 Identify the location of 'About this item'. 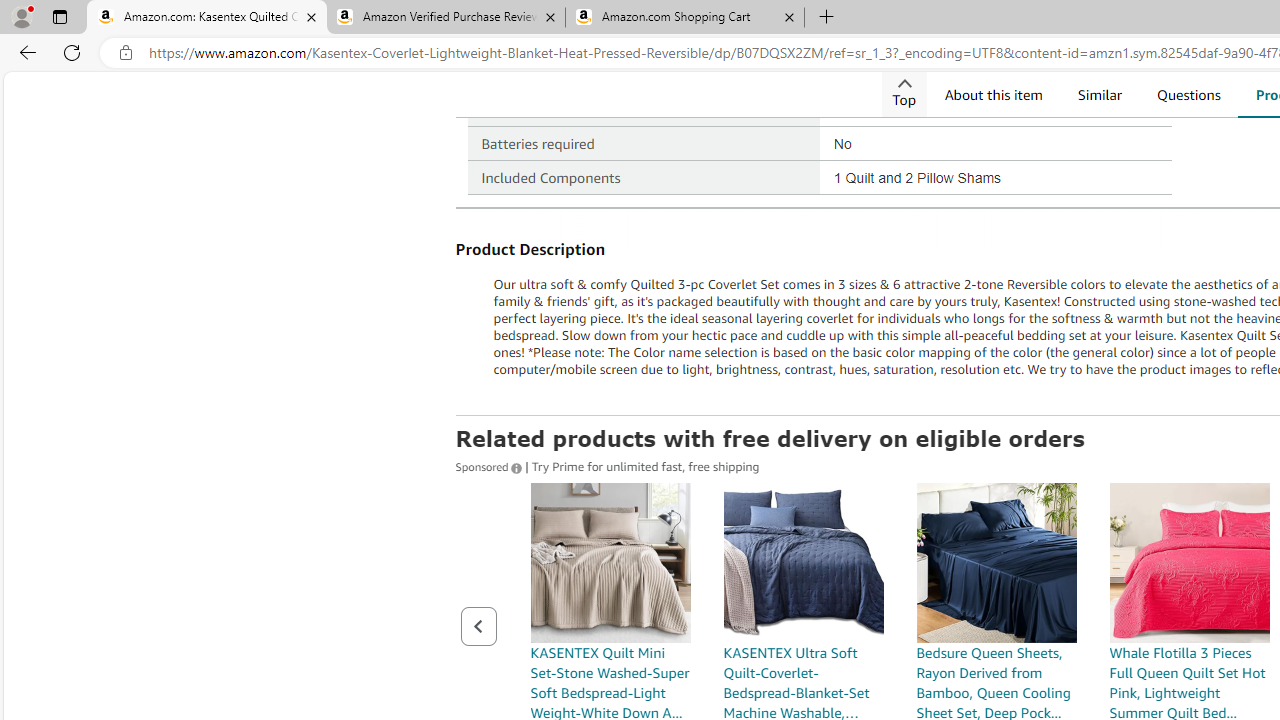
(992, 94).